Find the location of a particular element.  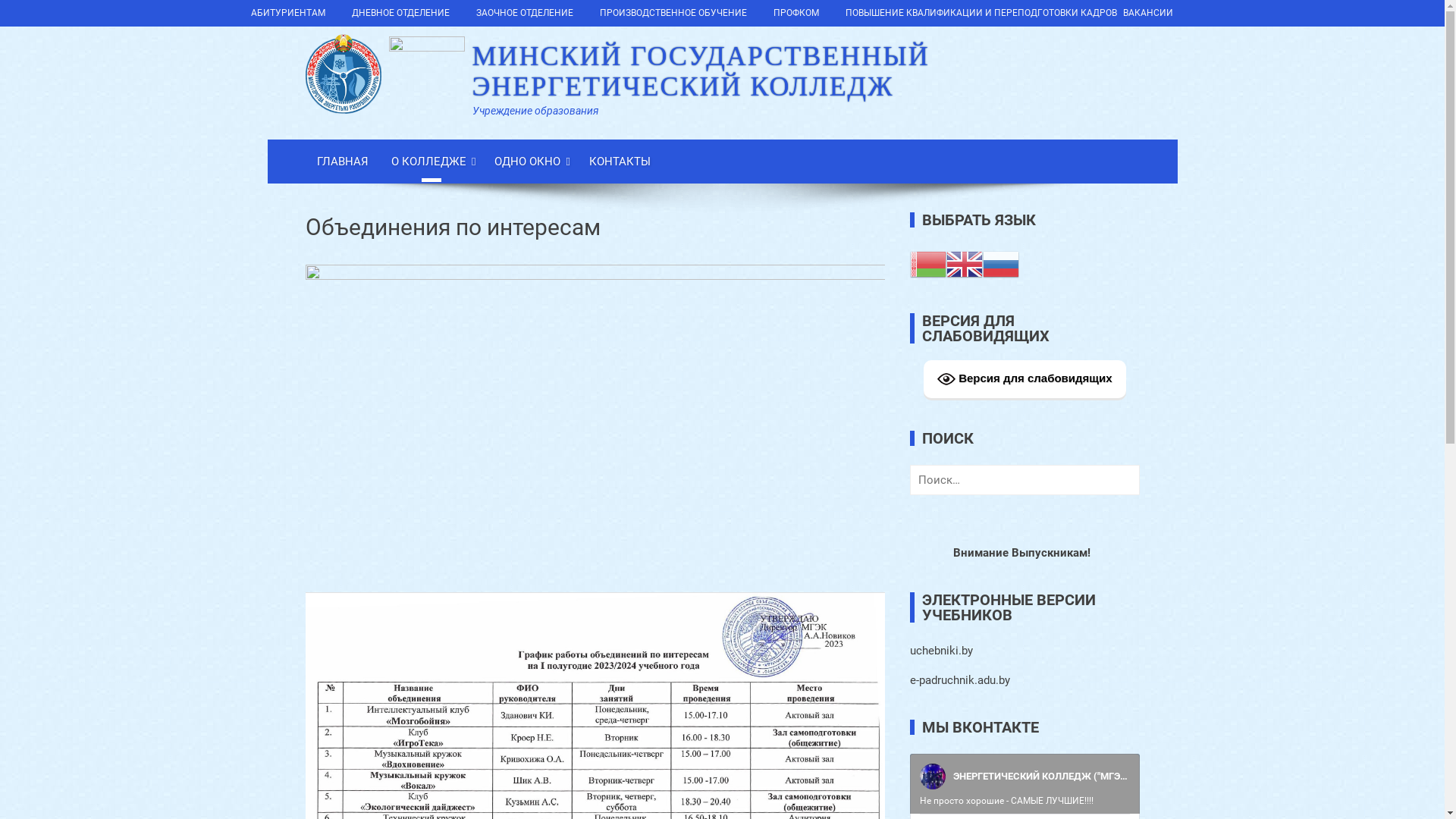

'English' is located at coordinates (964, 262).